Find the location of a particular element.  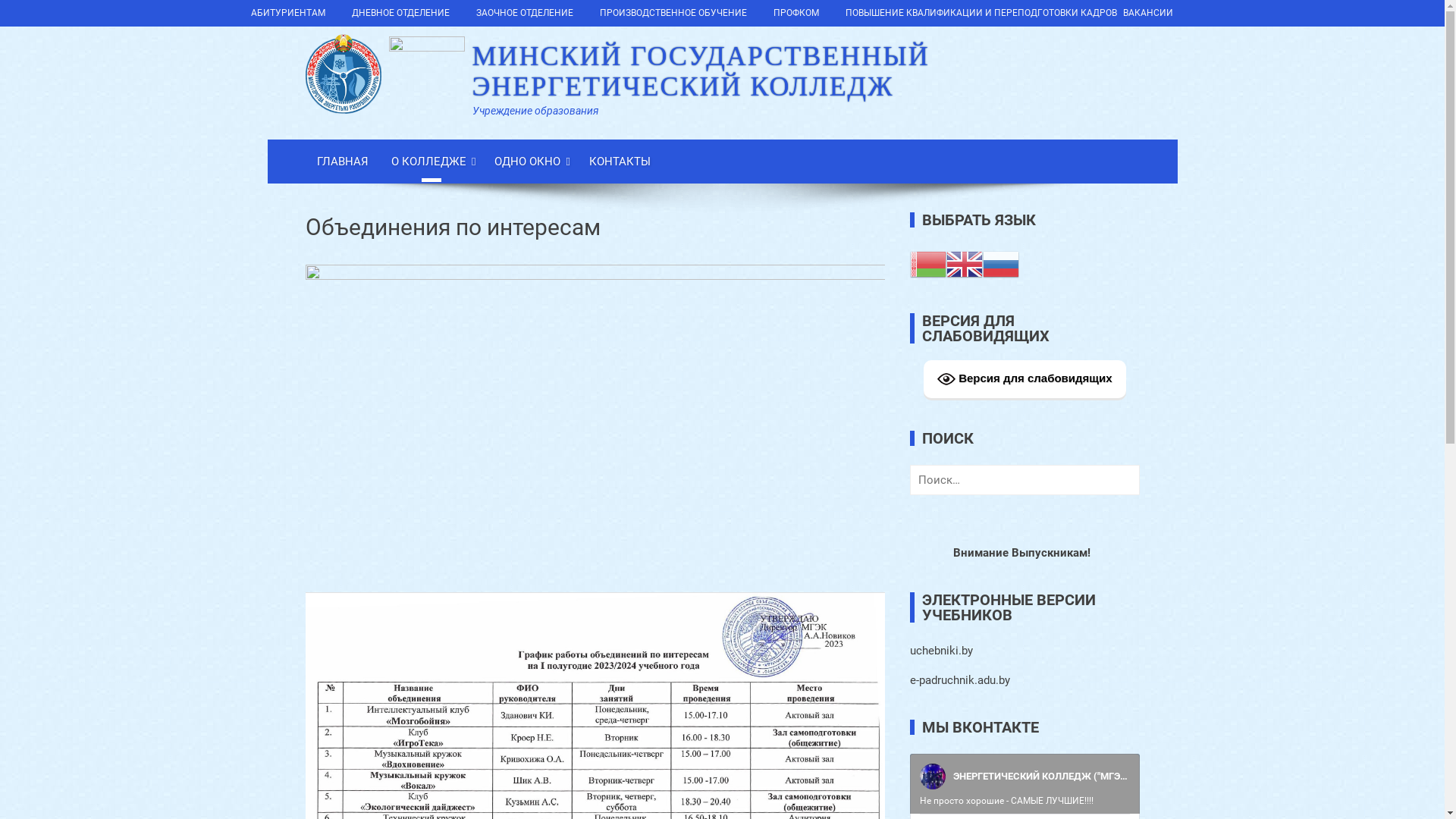

'English' is located at coordinates (964, 262).